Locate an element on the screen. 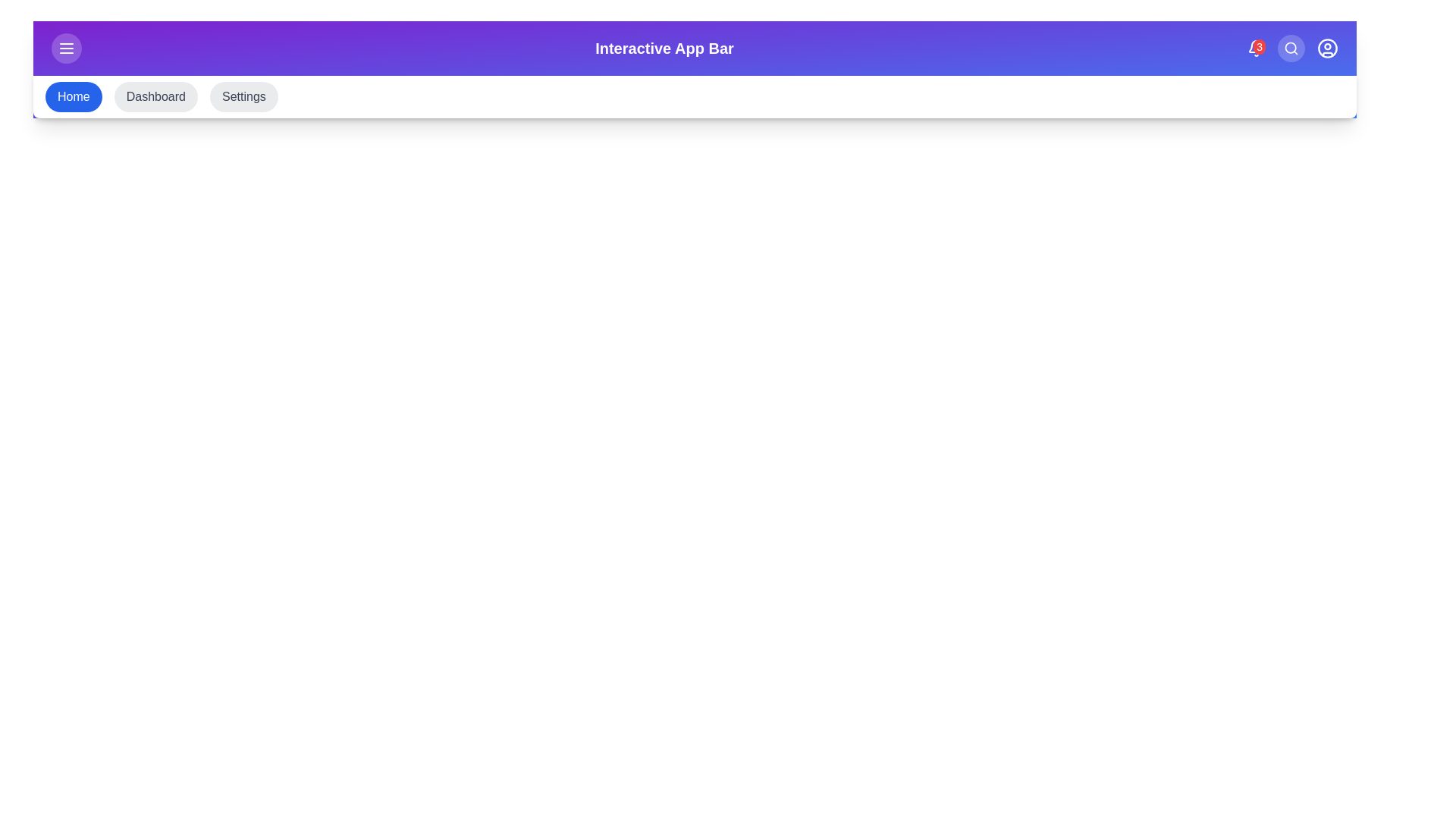 Image resolution: width=1456 pixels, height=819 pixels. the menu toggle button to expand or collapse the menu is located at coordinates (65, 48).